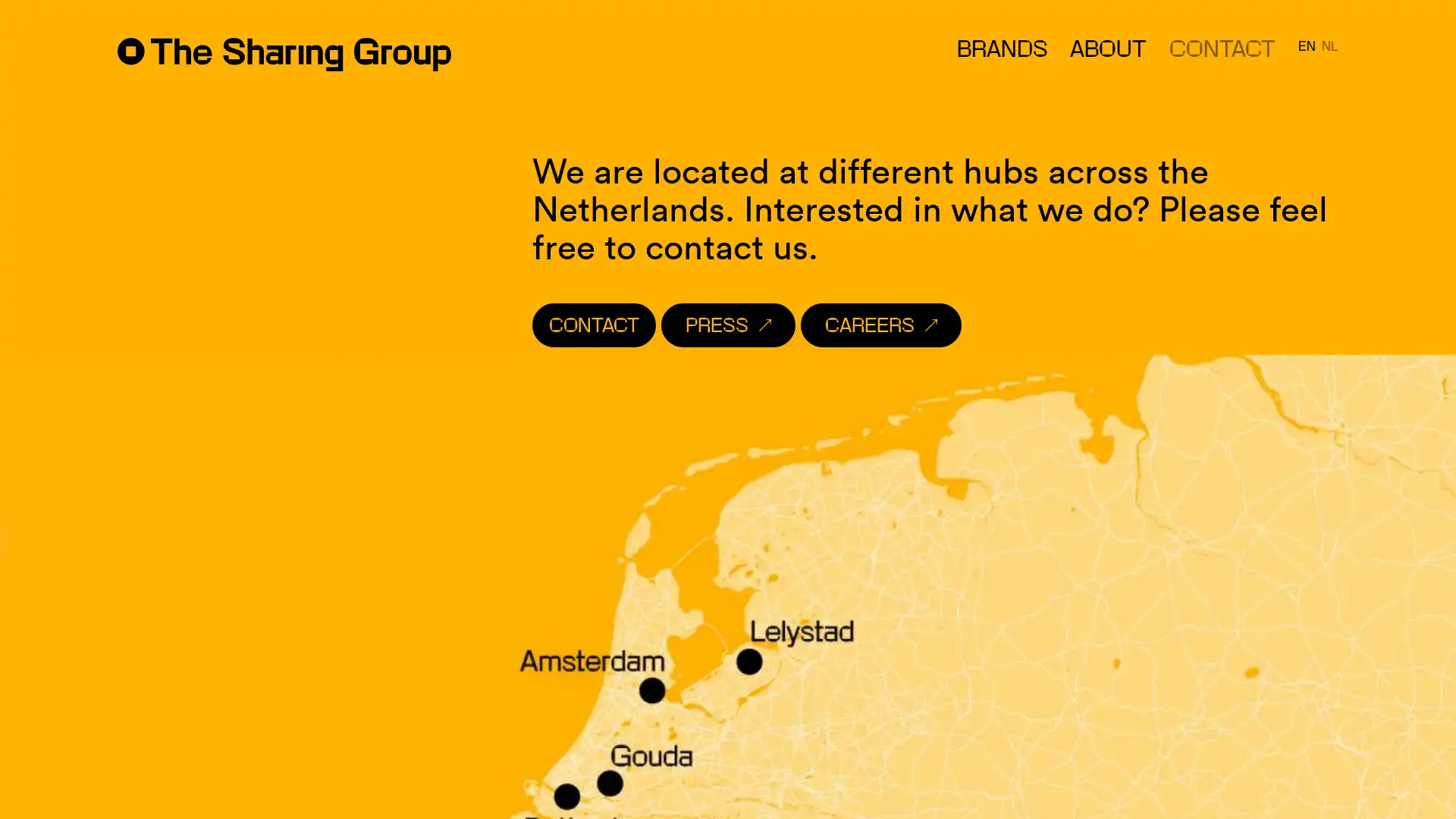 This screenshot has width=1456, height=819. What do you see at coordinates (645, 332) in the screenshot?
I see `CONTACT` at bounding box center [645, 332].